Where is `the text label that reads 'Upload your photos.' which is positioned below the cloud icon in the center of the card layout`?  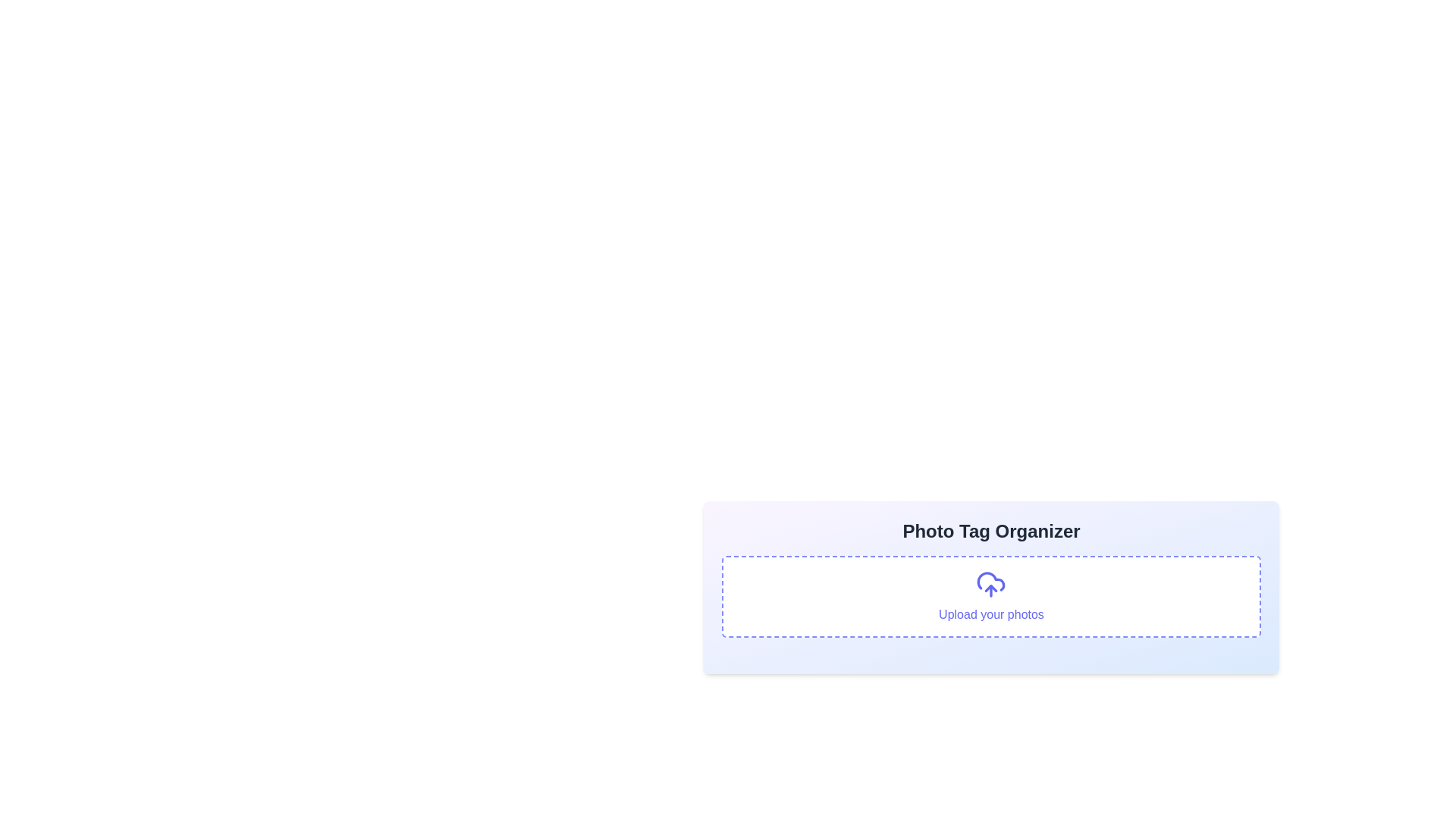
the text label that reads 'Upload your photos.' which is positioned below the cloud icon in the center of the card layout is located at coordinates (991, 614).